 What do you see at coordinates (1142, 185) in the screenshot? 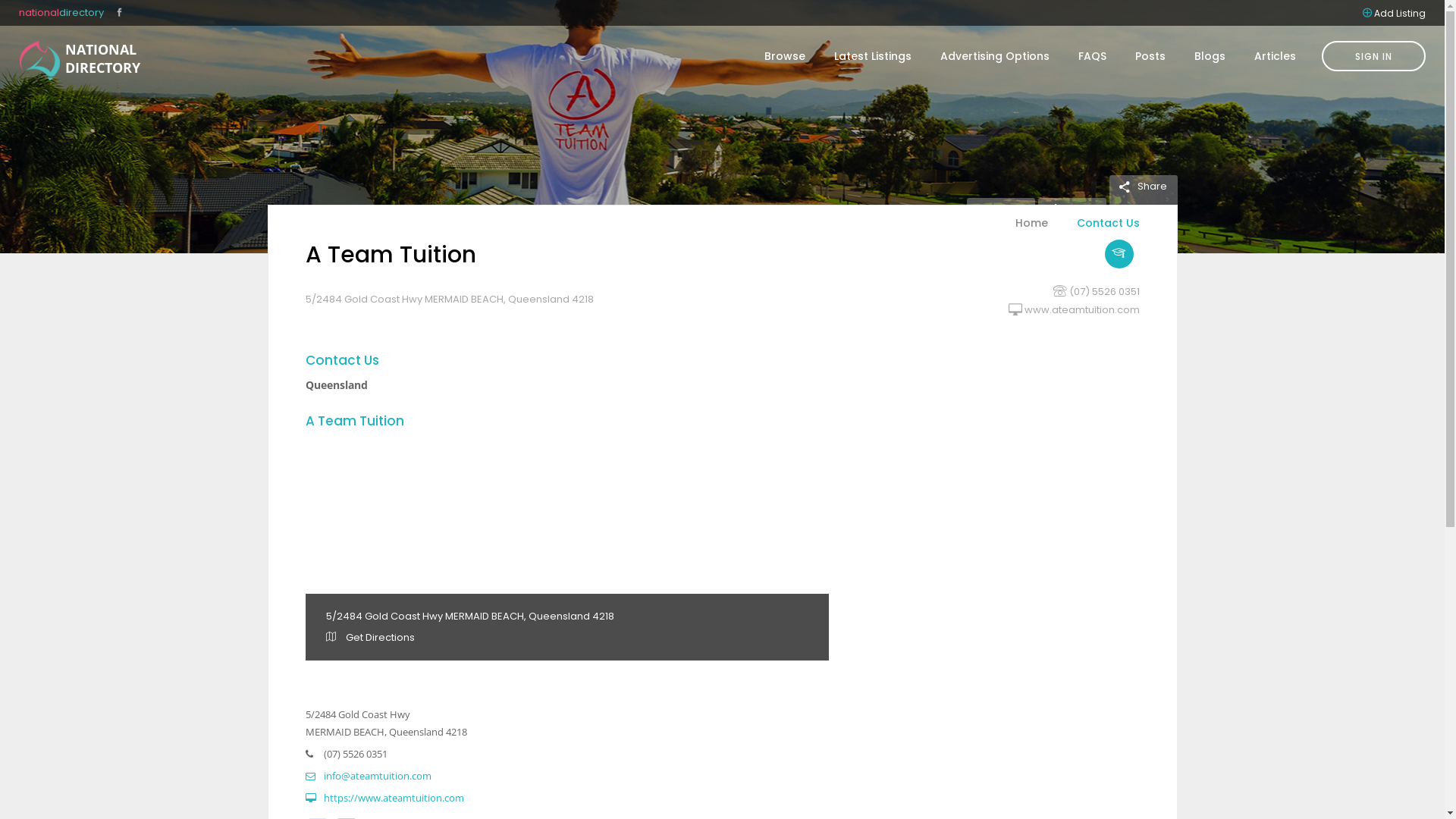
I see `'Share'` at bounding box center [1142, 185].